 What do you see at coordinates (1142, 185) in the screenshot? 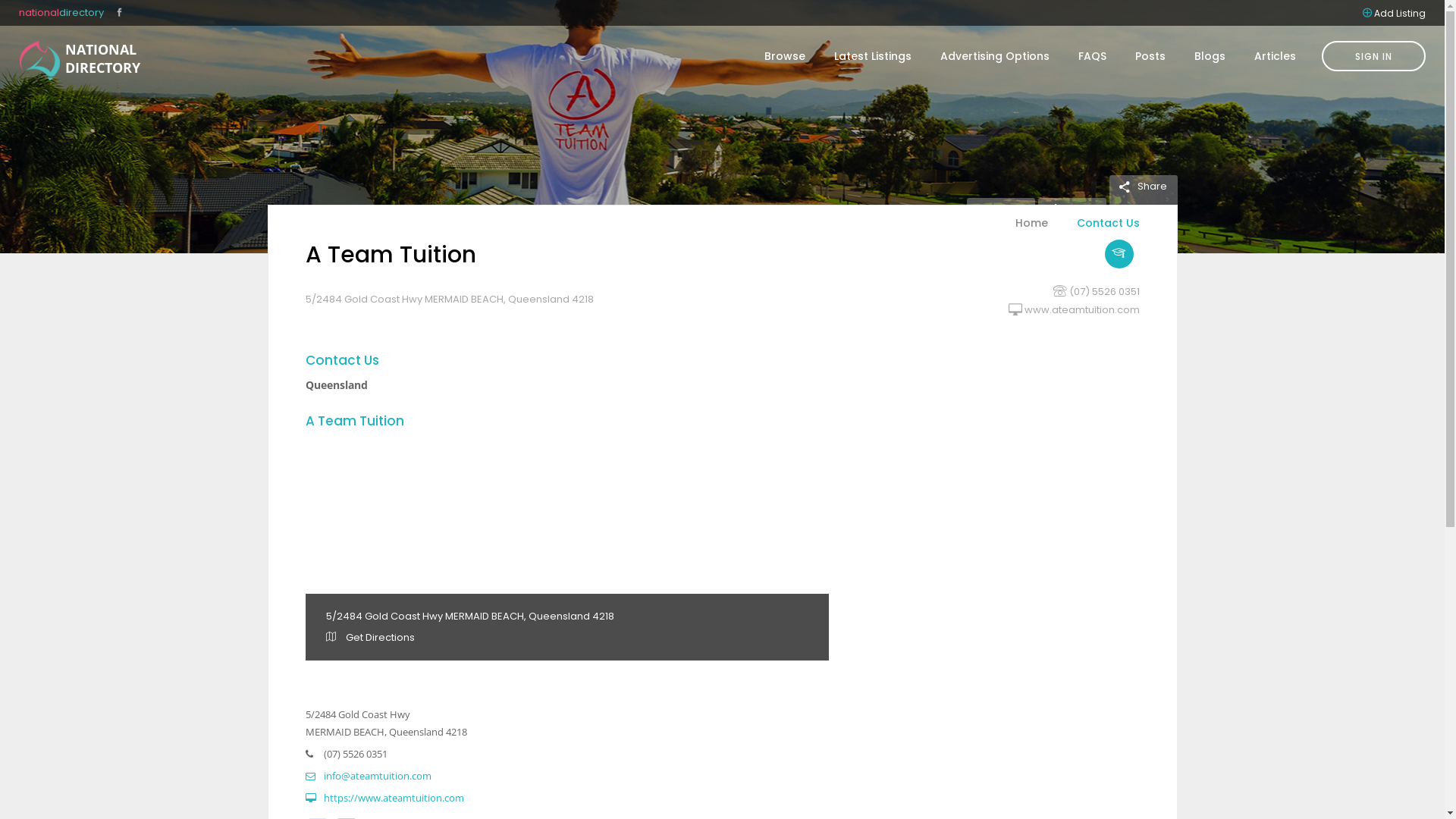
I see `'Share'` at bounding box center [1142, 185].